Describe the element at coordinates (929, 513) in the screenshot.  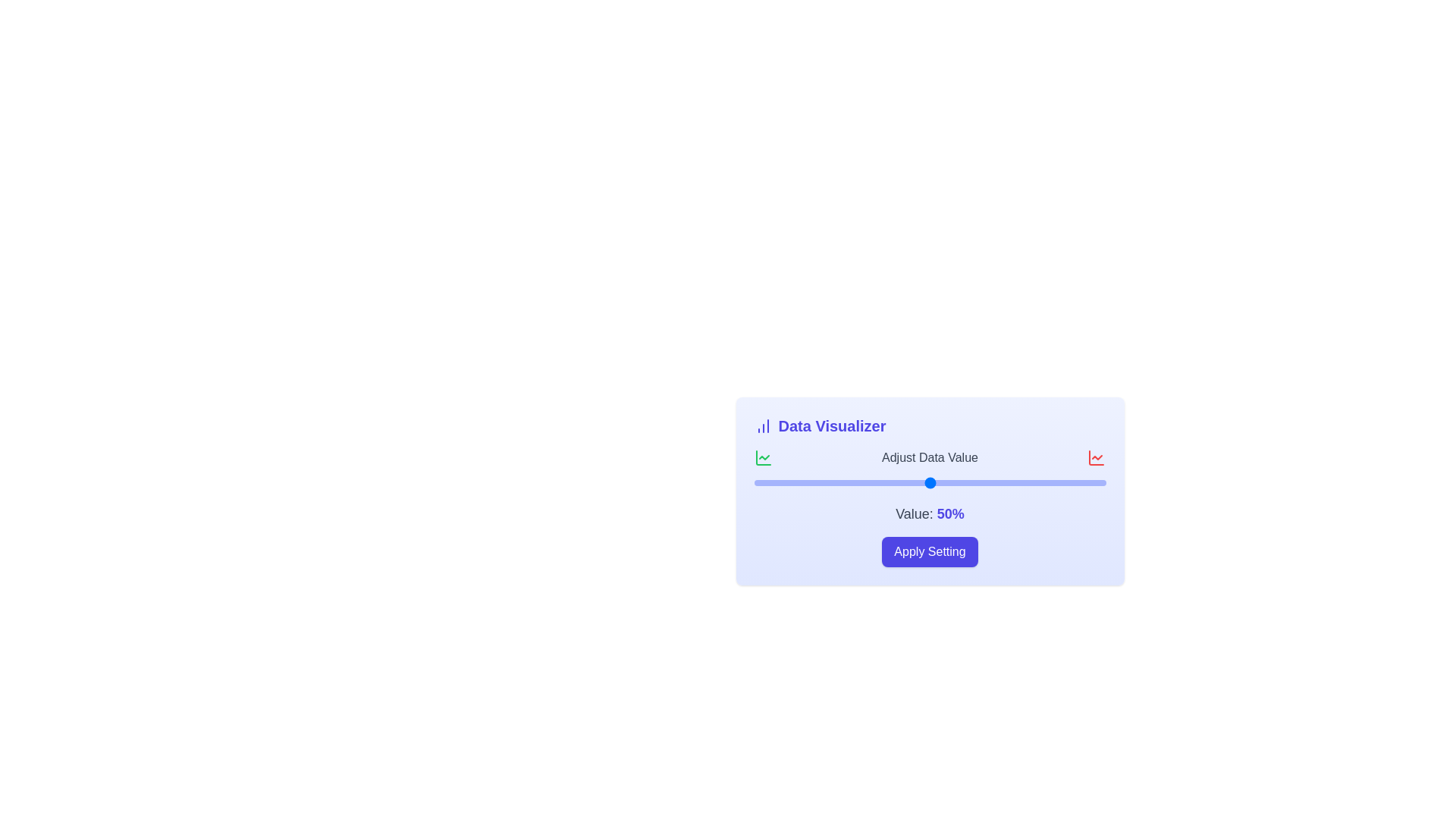
I see `the text label displaying 'Value: 50%' that is centered under the slider and above the 'Apply Setting' button in the 'Data Visualizer' section` at that location.